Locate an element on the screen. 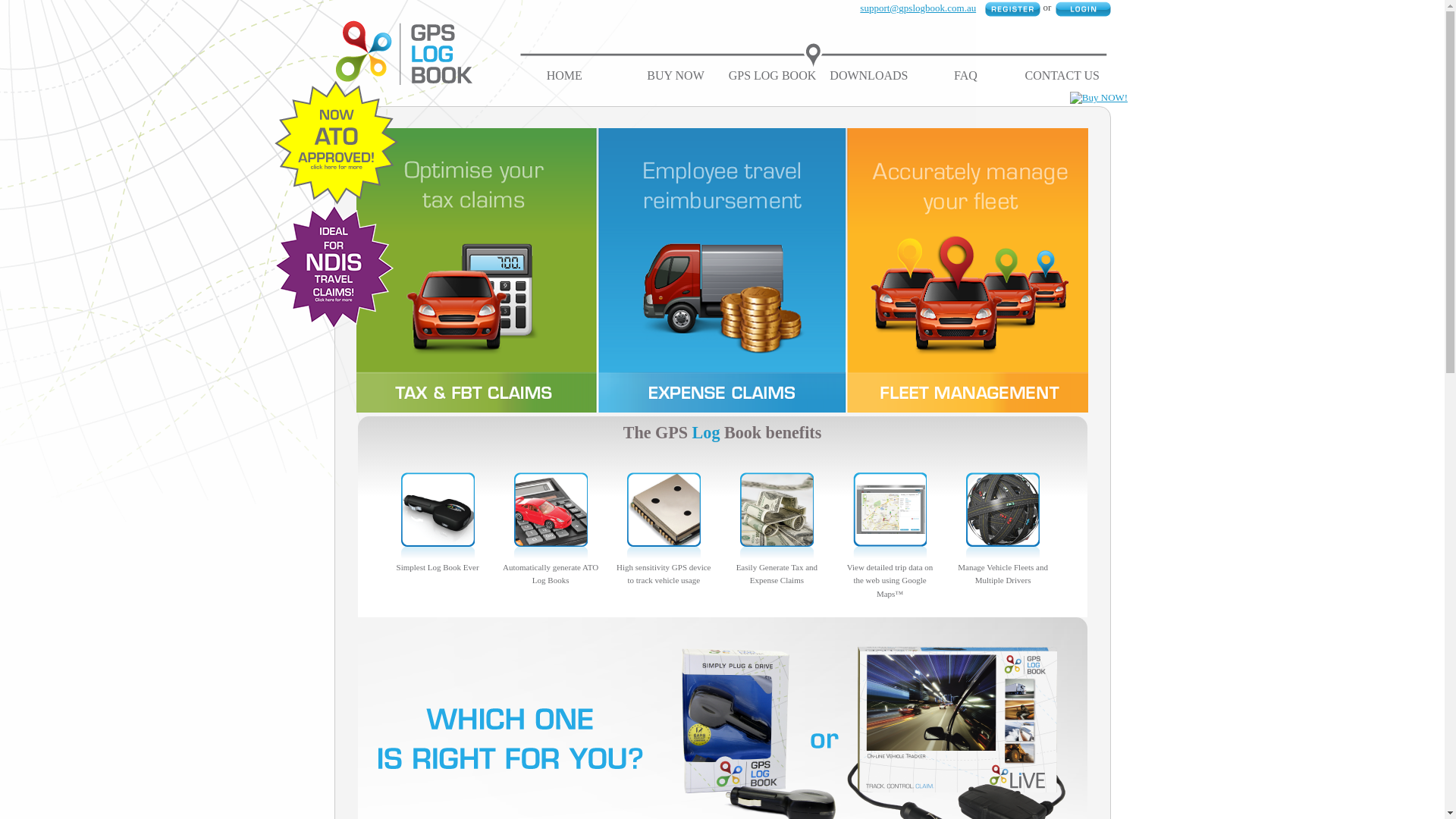 This screenshot has height=819, width=1456. 'GPS LOG BOOK' is located at coordinates (772, 75).